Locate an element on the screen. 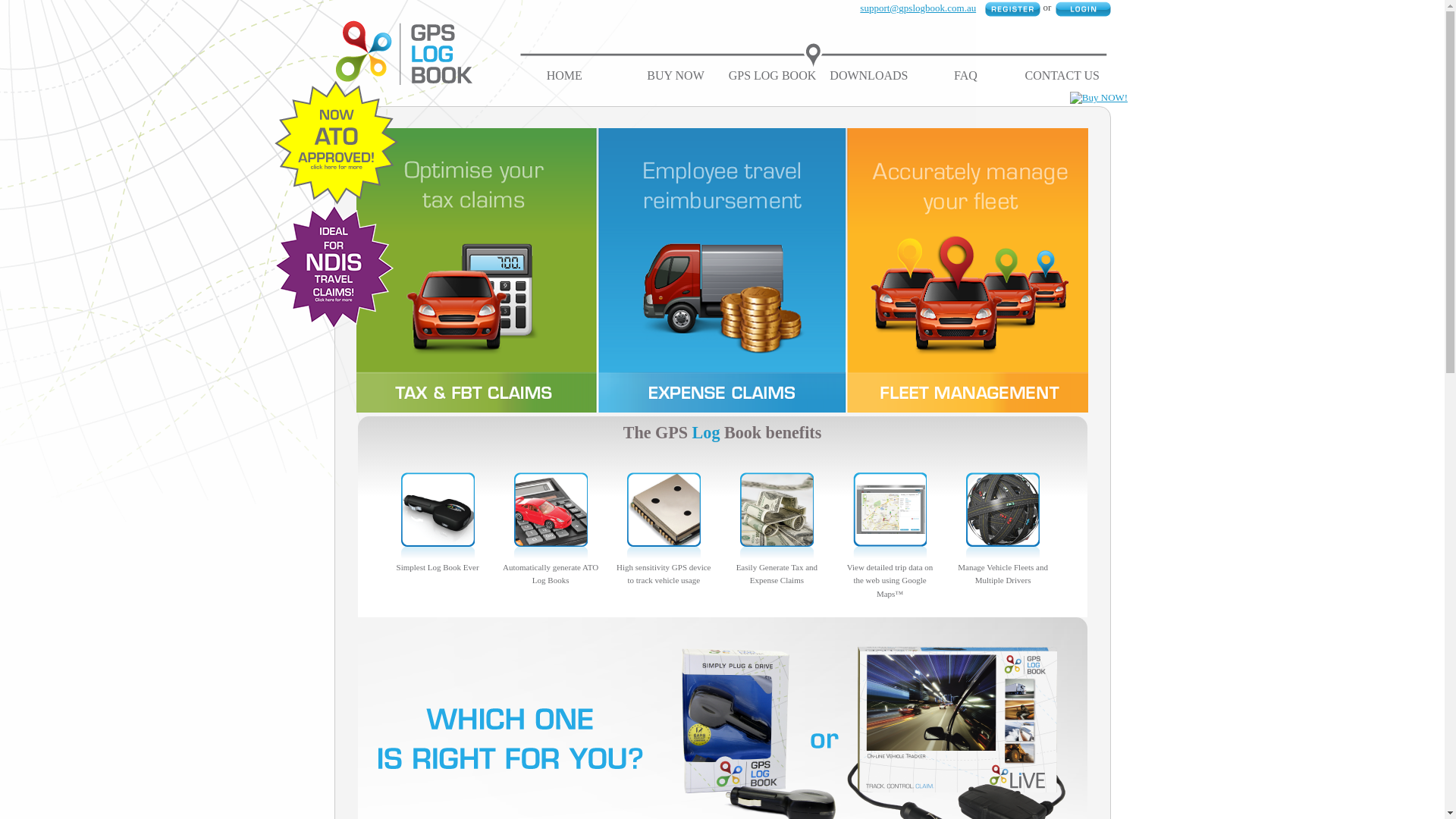 This screenshot has height=819, width=1456. 'GPS LOG BOOK' is located at coordinates (772, 75).